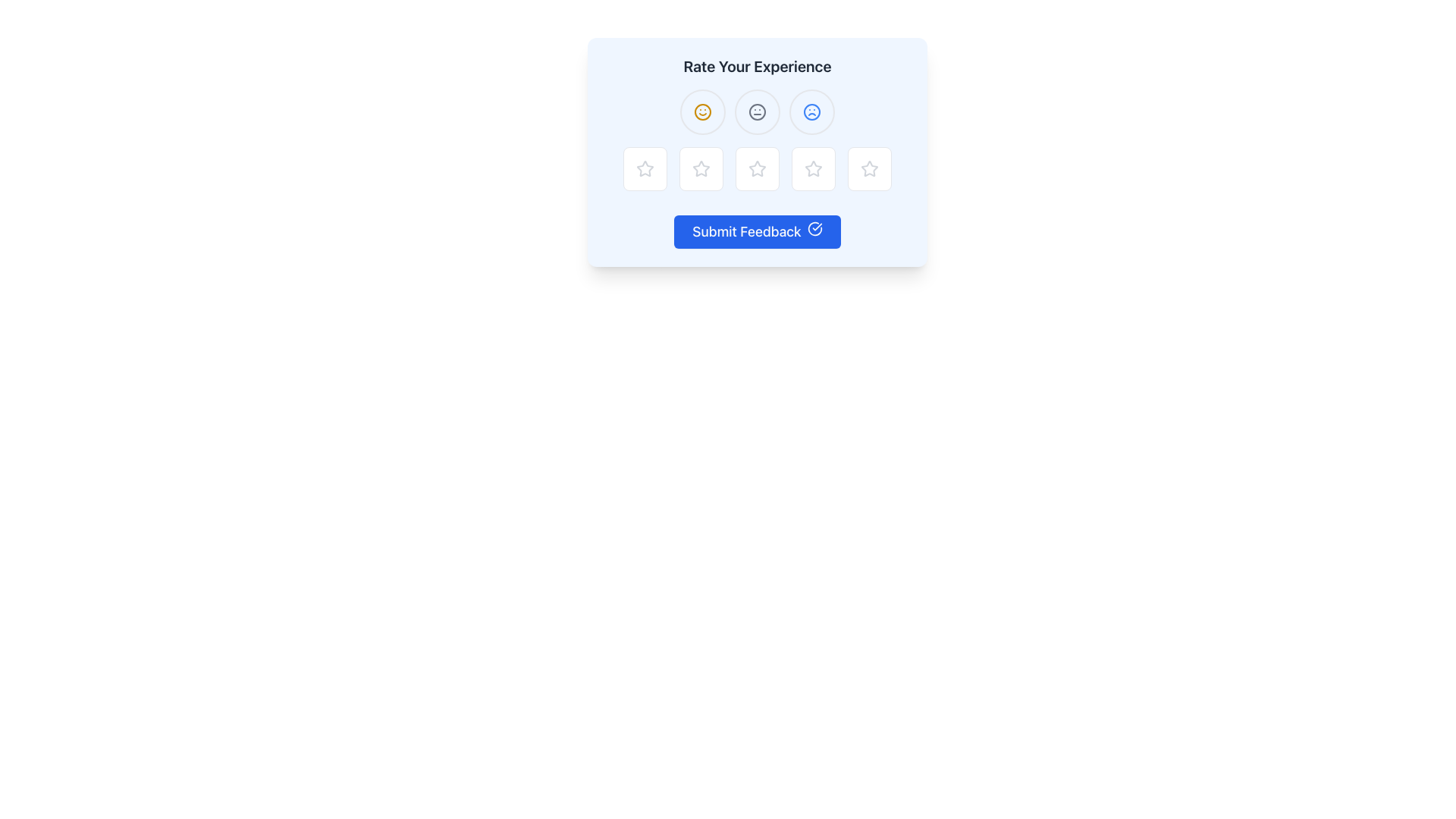  What do you see at coordinates (814, 228) in the screenshot?
I see `the success icon located within the 'Submit Feedback' button, which is positioned towards the right edge adjacent to the text 'Submit Feedback'` at bounding box center [814, 228].